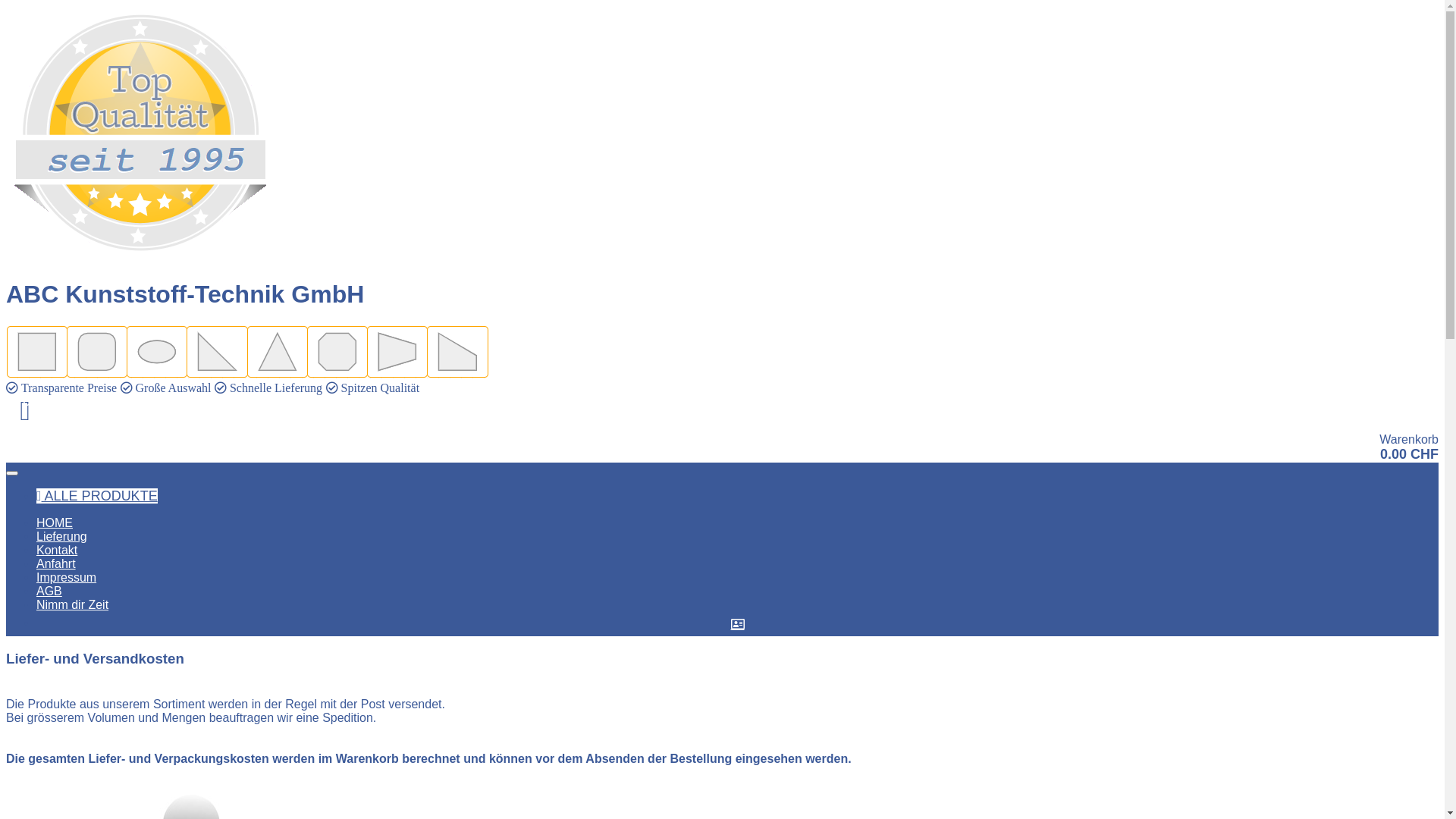  I want to click on 'AGB', so click(49, 590).